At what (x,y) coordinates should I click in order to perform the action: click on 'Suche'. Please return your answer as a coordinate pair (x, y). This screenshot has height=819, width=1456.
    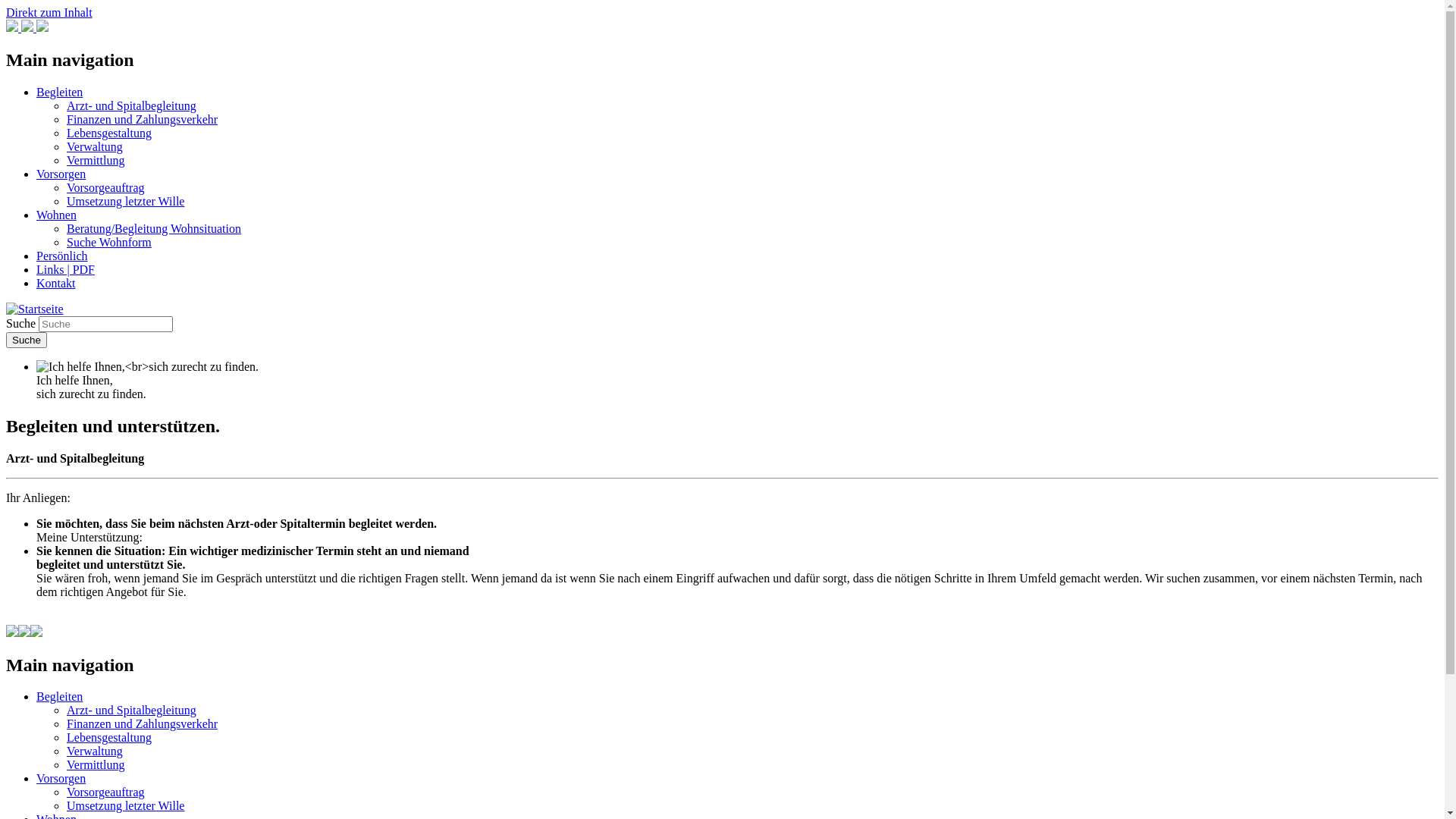
    Looking at the image, I should click on (26, 339).